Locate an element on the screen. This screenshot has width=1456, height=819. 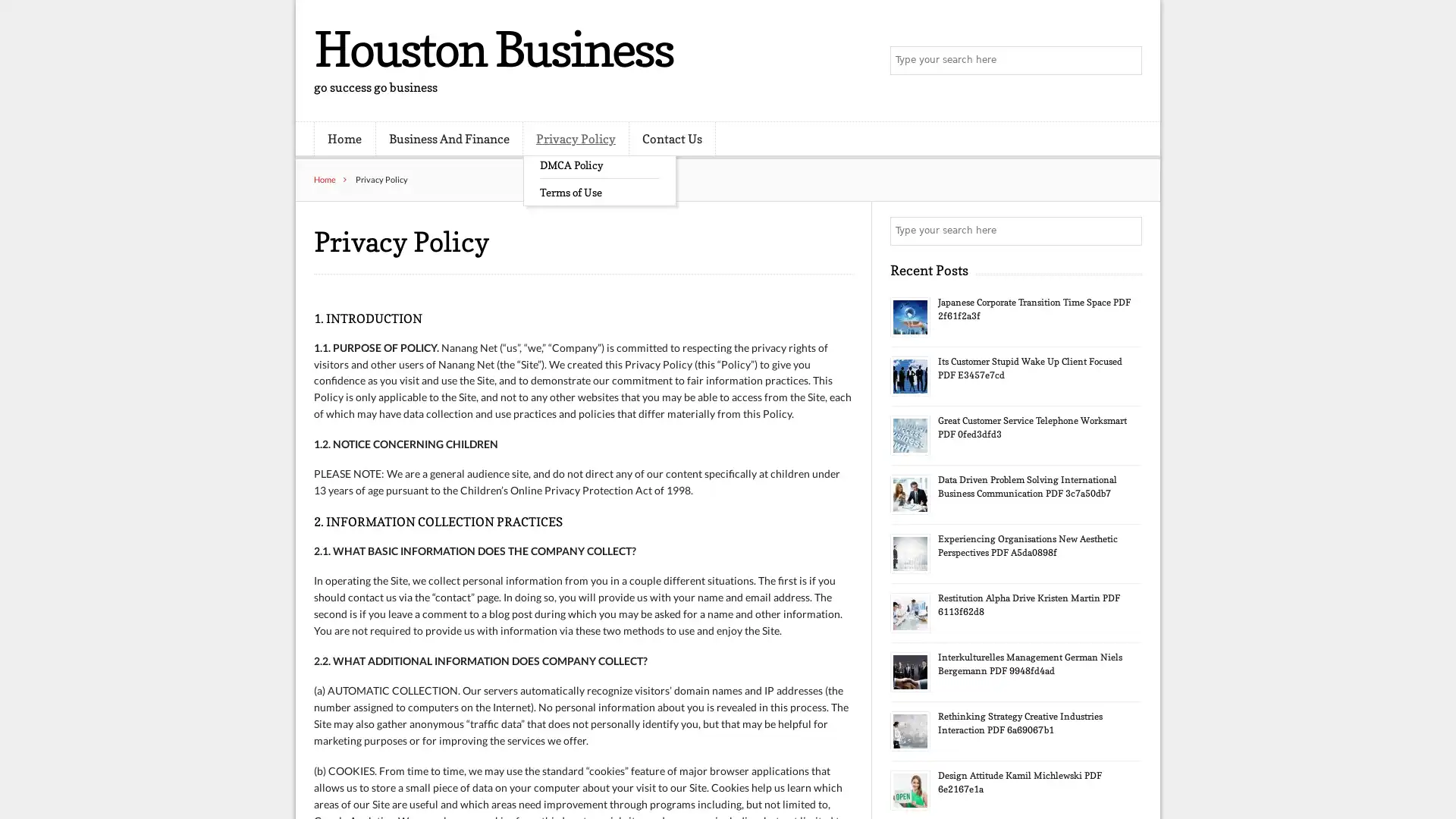
Search is located at coordinates (1126, 231).